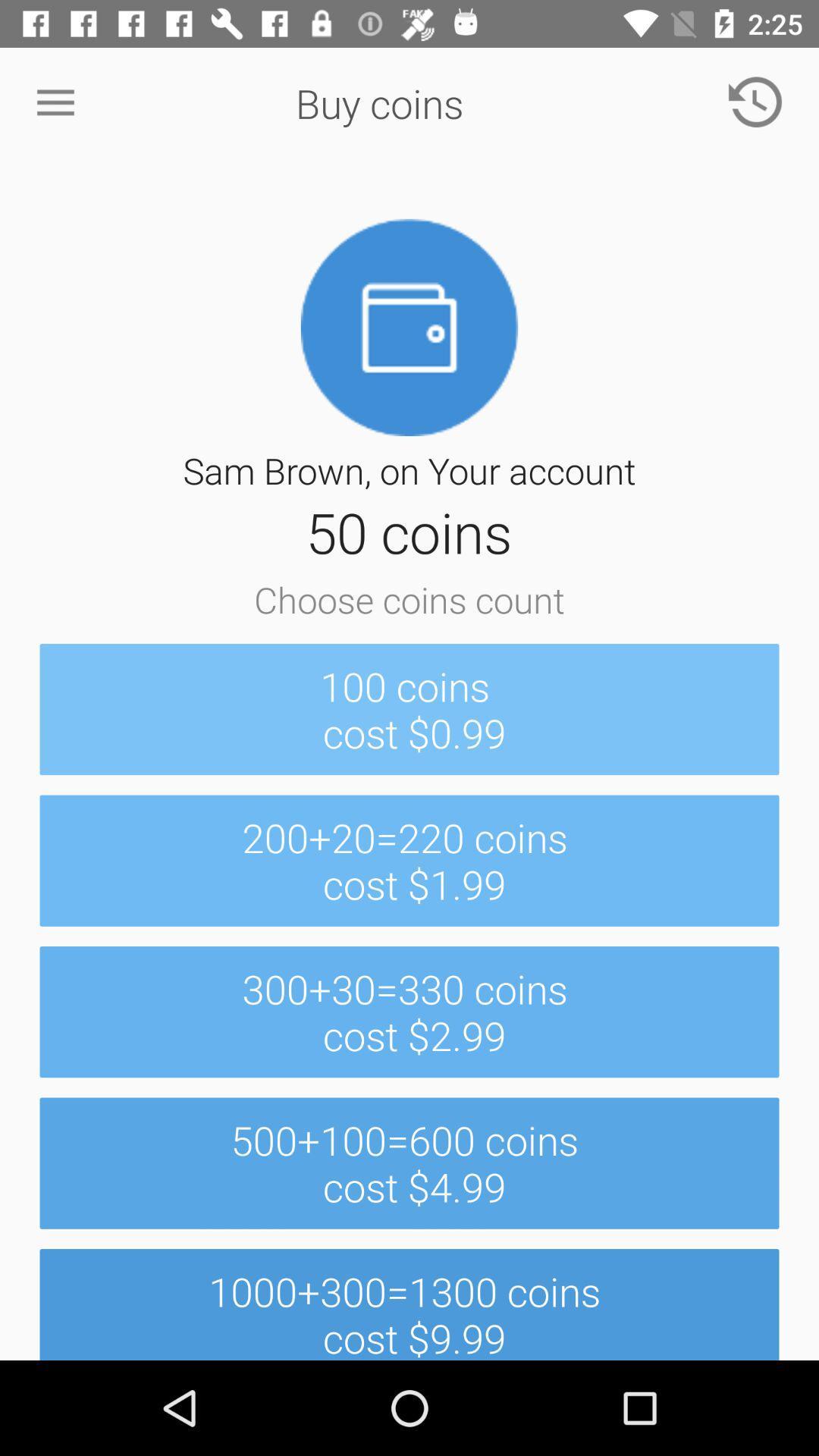 This screenshot has height=1456, width=819. I want to click on icon to the left of the buy coins item, so click(55, 102).